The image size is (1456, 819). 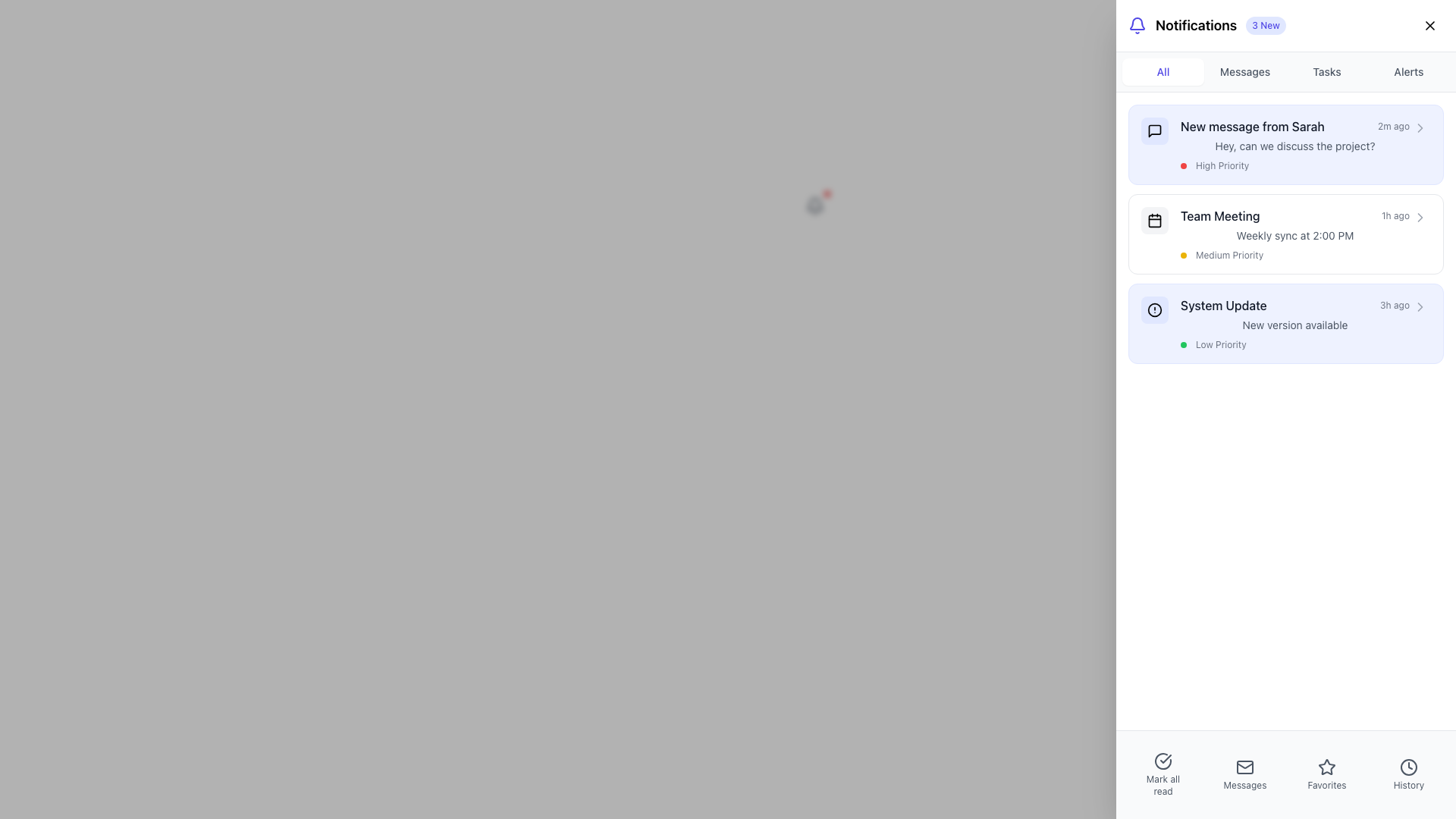 I want to click on the 'Team Meeting' static text label, which is styled in bold dark gray and is part of the notification card in the central section of the notification panel, positioned, so click(x=1220, y=216).